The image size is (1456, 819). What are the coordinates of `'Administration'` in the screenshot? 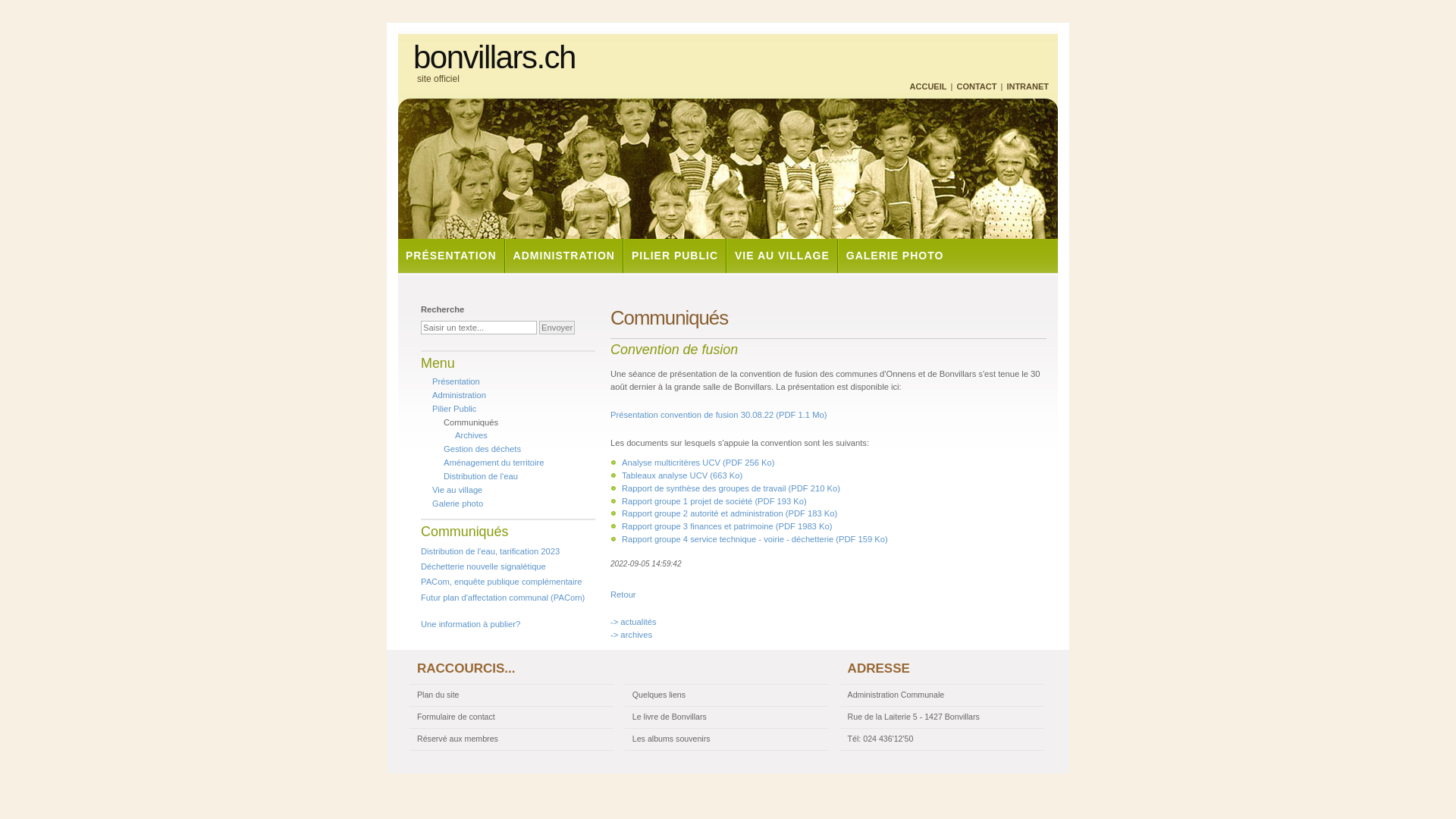 It's located at (458, 394).